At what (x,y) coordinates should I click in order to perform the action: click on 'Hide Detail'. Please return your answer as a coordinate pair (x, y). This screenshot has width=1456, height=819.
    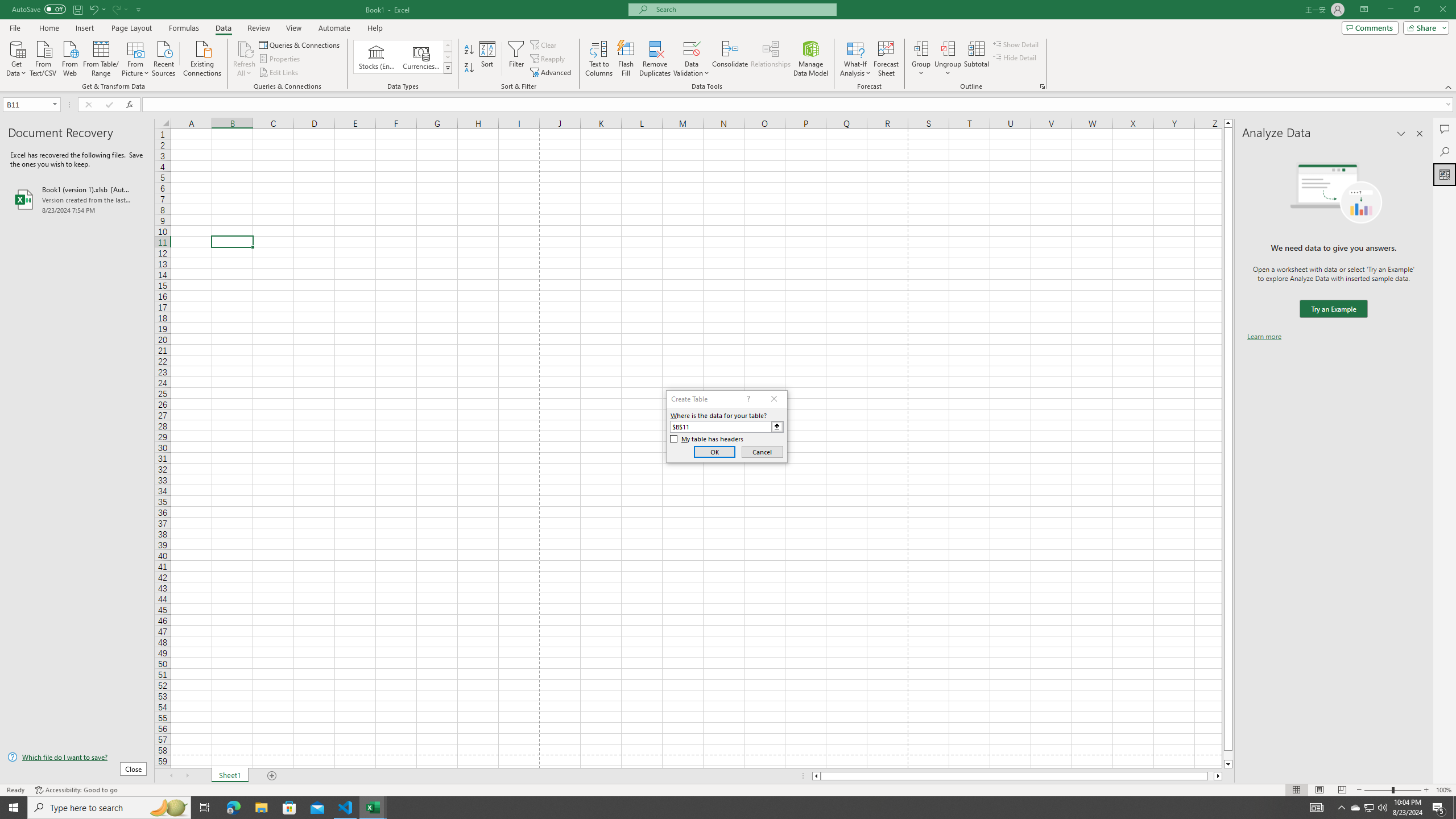
    Looking at the image, I should click on (1015, 56).